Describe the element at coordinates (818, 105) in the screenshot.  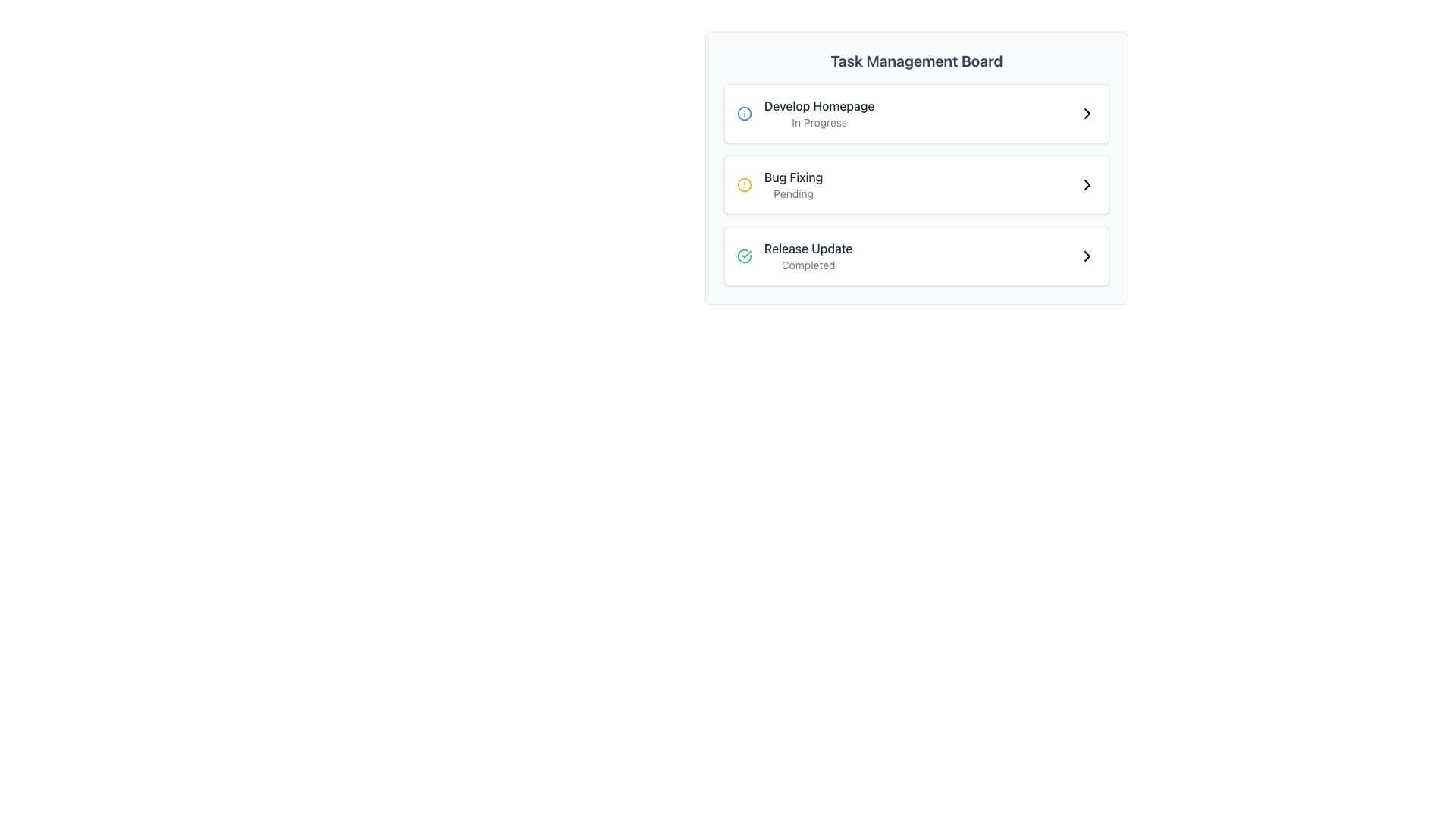
I see `the descriptive label for the first task in the task management interface located above 'In Progress'` at that location.